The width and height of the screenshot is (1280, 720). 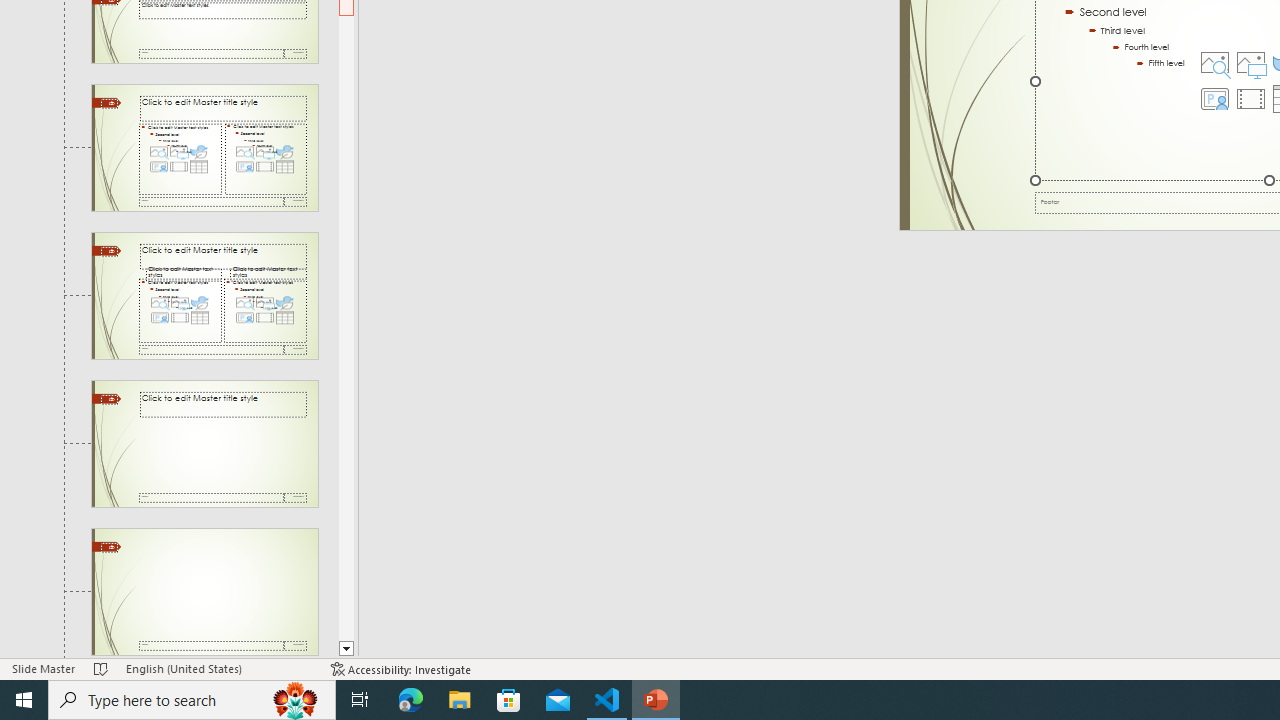 What do you see at coordinates (204, 296) in the screenshot?
I see `'Slide Comparison Layout: used by no slides'` at bounding box center [204, 296].